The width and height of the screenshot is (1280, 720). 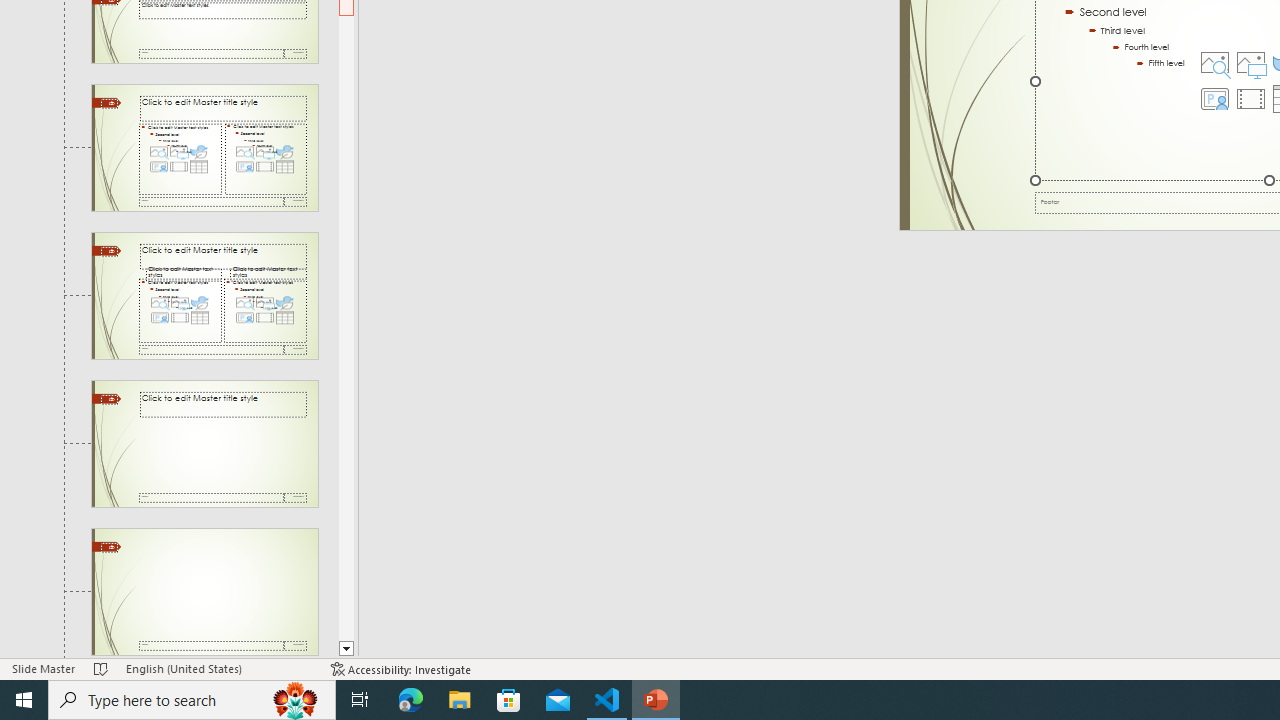 What do you see at coordinates (204, 296) in the screenshot?
I see `'Slide Comparison Layout: used by no slides'` at bounding box center [204, 296].